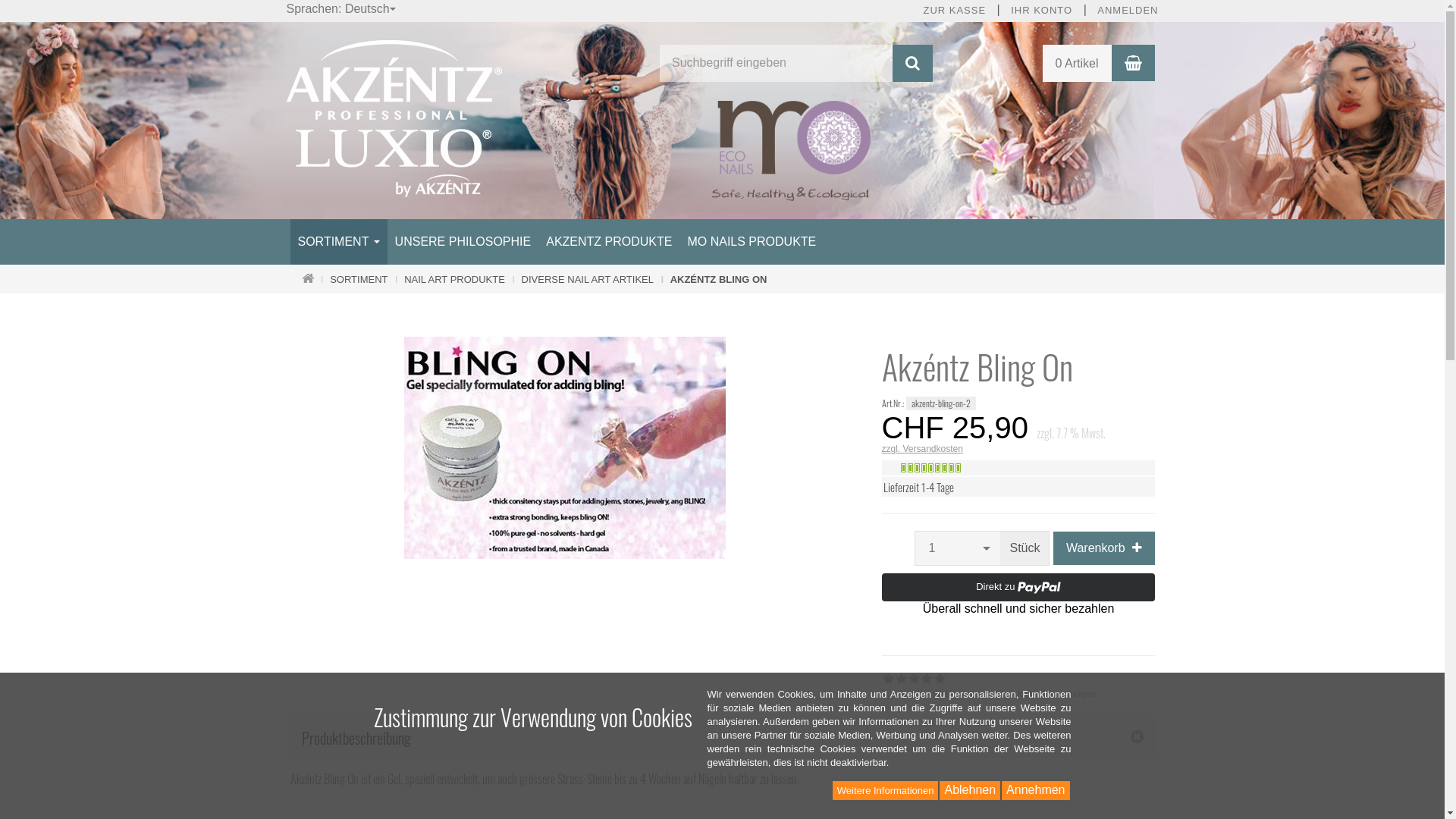  Describe the element at coordinates (885, 789) in the screenshot. I see `'Weitere Informationen'` at that location.